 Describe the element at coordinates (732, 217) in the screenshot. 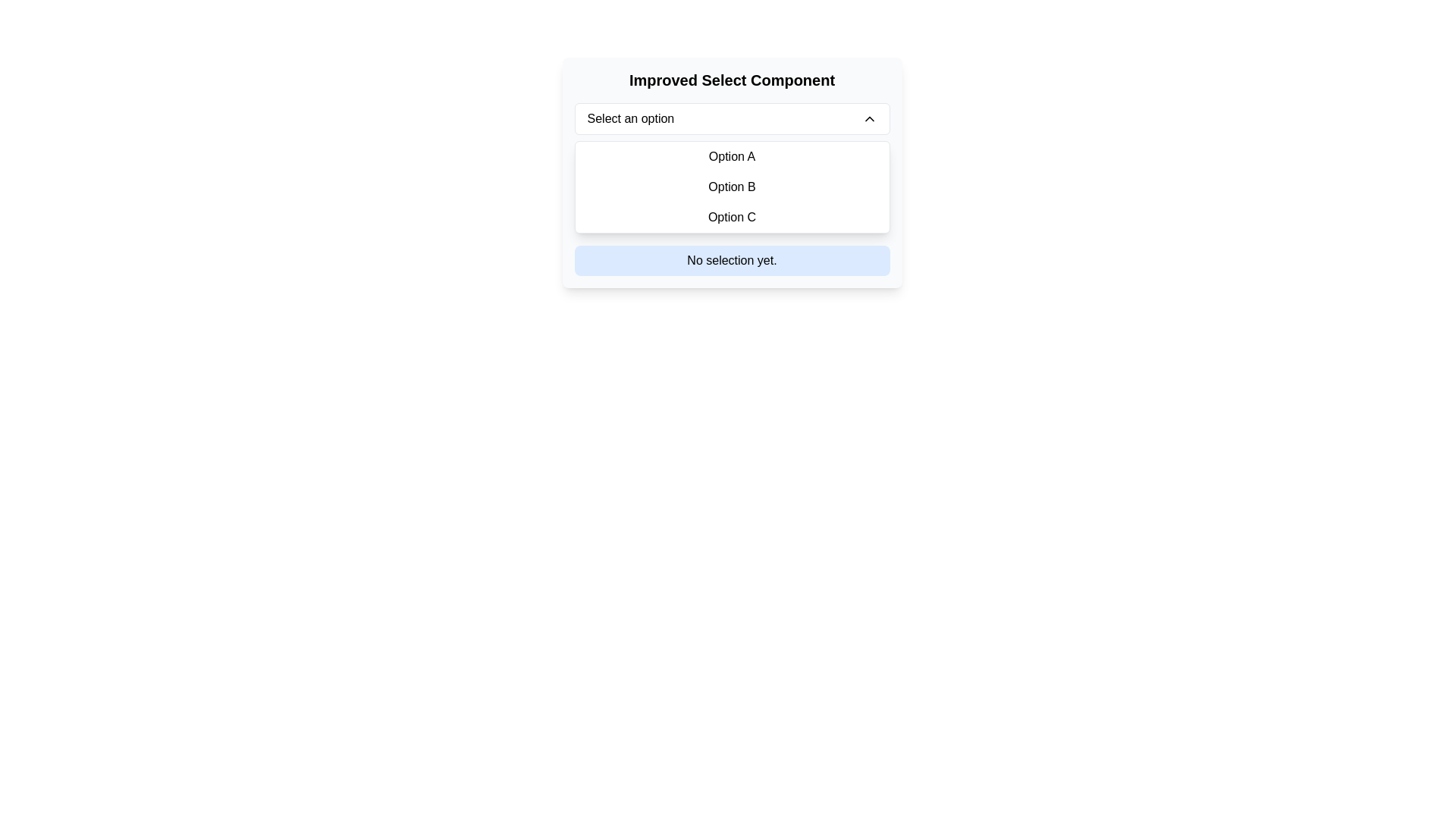

I see `the third item in the dropdown menu which represents 'Option C'` at that location.